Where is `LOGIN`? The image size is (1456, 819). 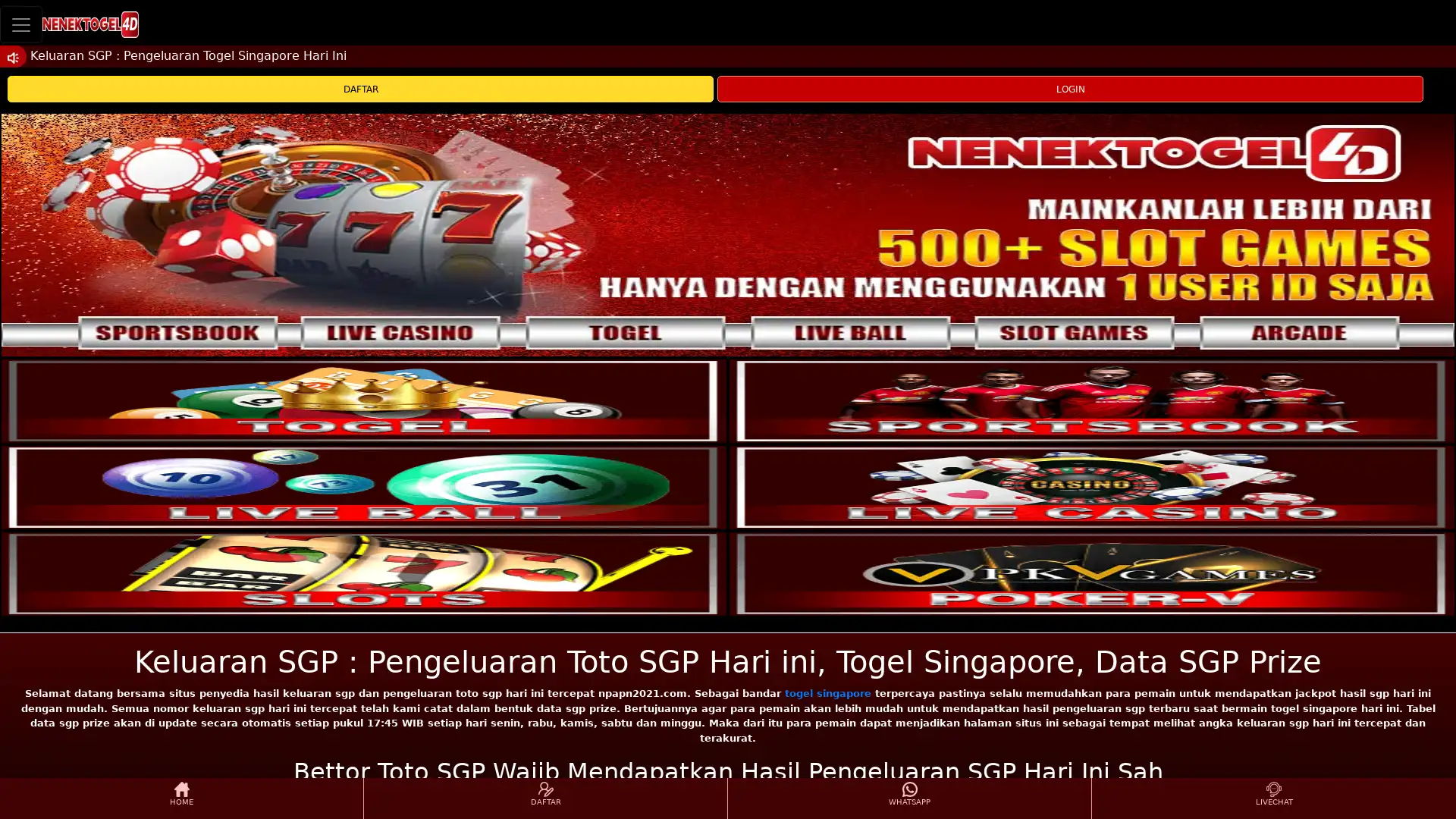
LOGIN is located at coordinates (1069, 89).